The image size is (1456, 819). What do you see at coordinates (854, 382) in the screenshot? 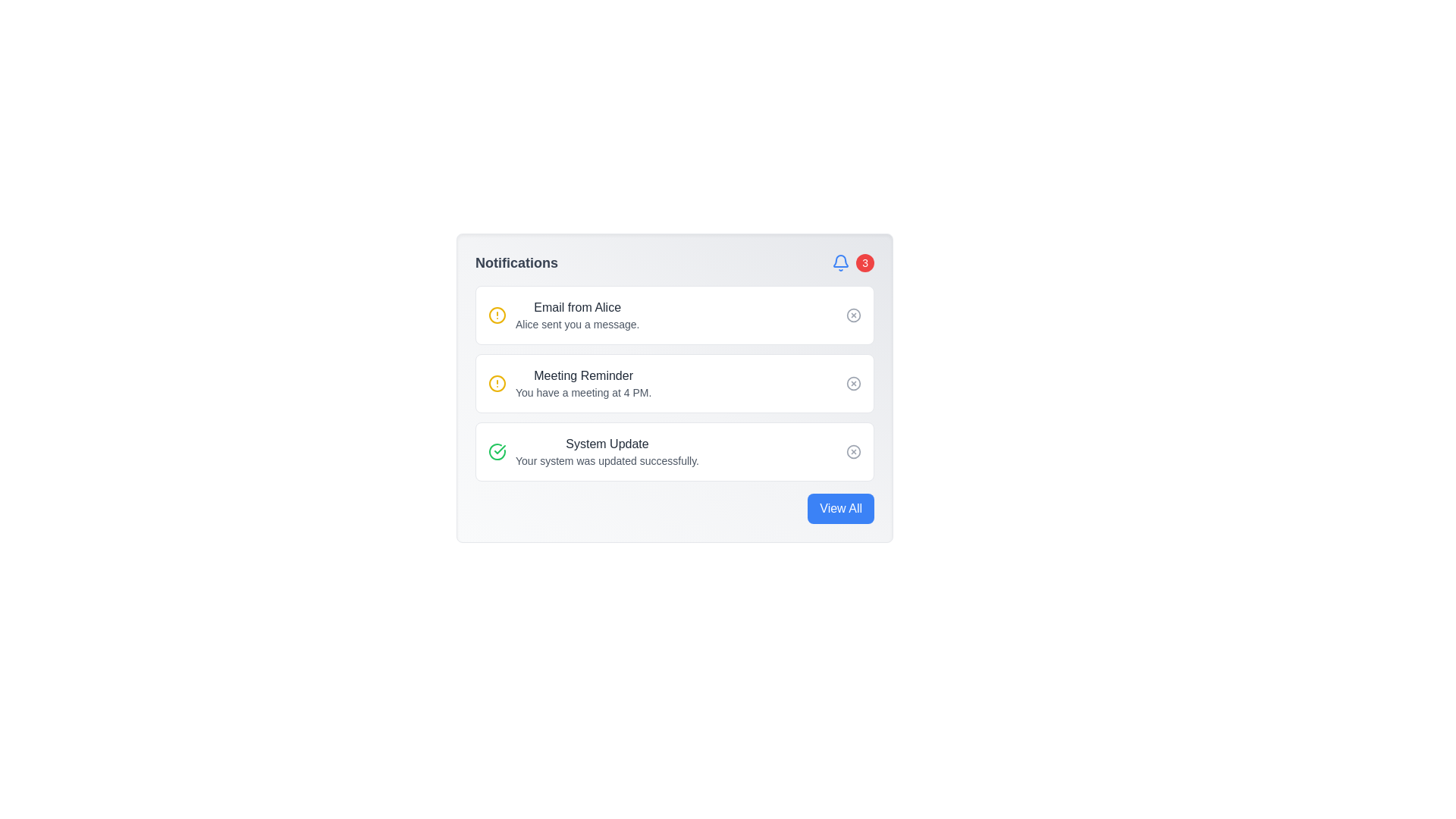
I see `the circular graphical icon element located at the rightmost side of the 'Meeting Reminder' notification box` at bounding box center [854, 382].